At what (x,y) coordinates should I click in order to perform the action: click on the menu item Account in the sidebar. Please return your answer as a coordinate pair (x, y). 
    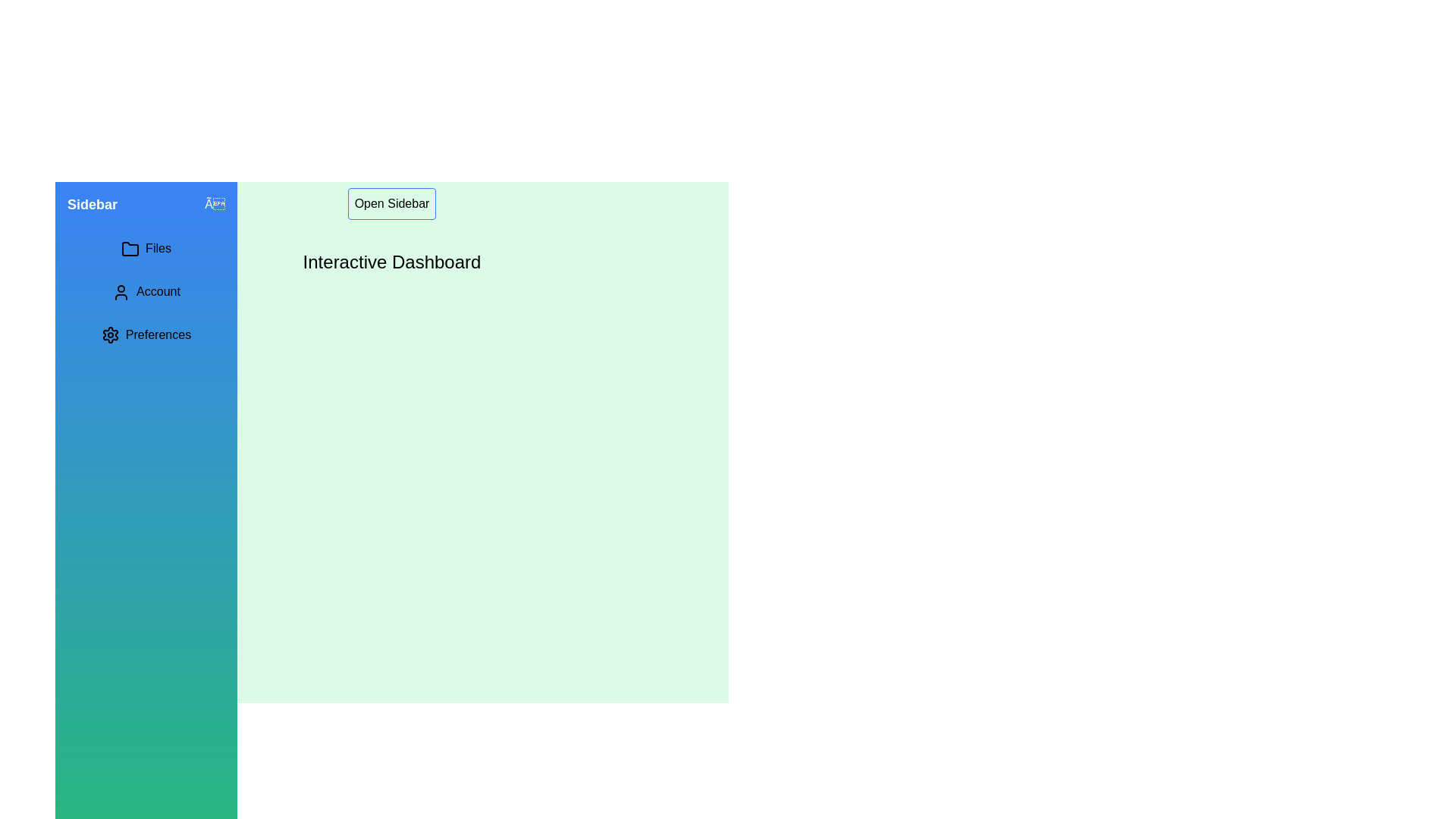
    Looking at the image, I should click on (146, 292).